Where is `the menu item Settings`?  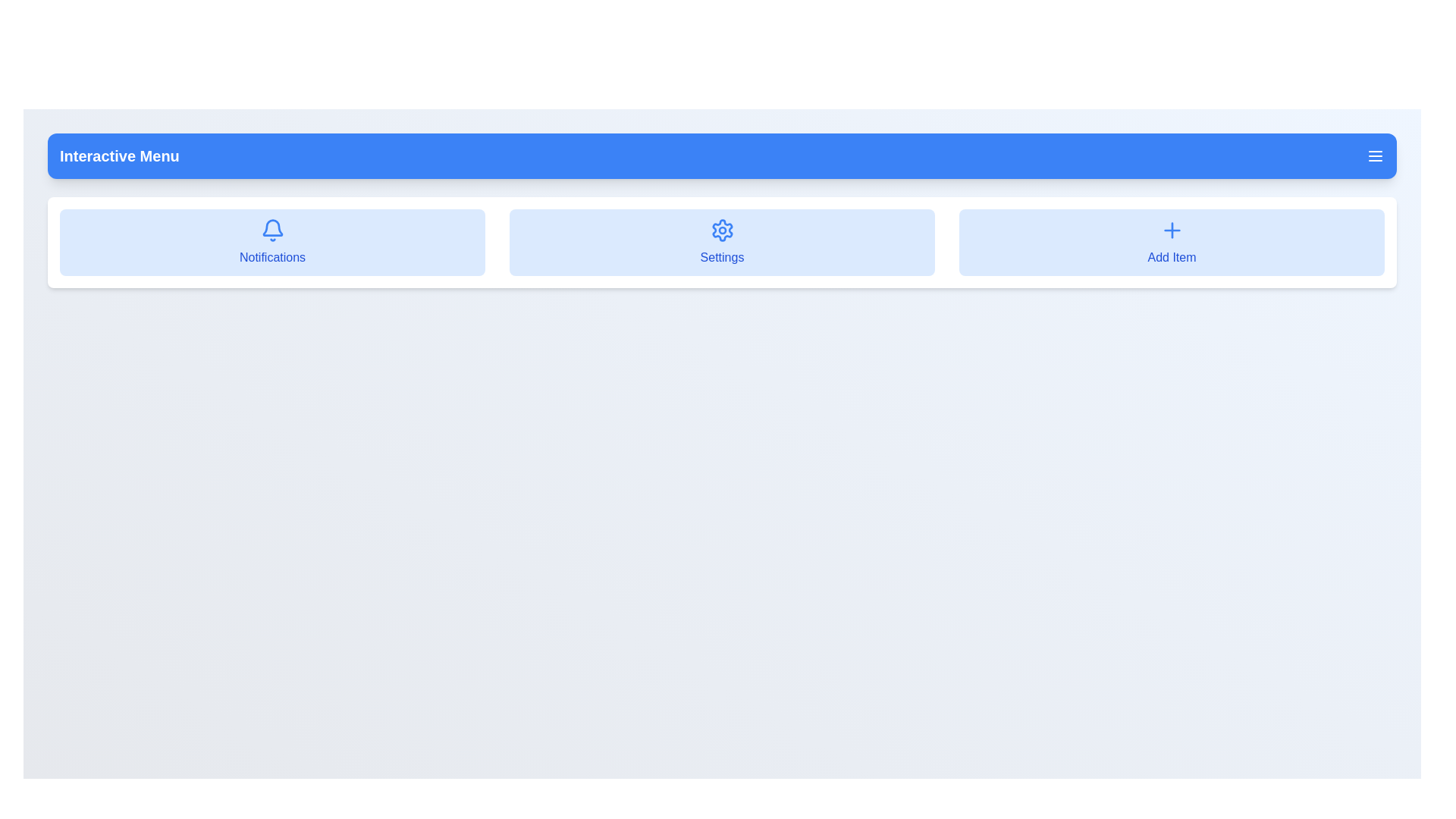 the menu item Settings is located at coordinates (721, 242).